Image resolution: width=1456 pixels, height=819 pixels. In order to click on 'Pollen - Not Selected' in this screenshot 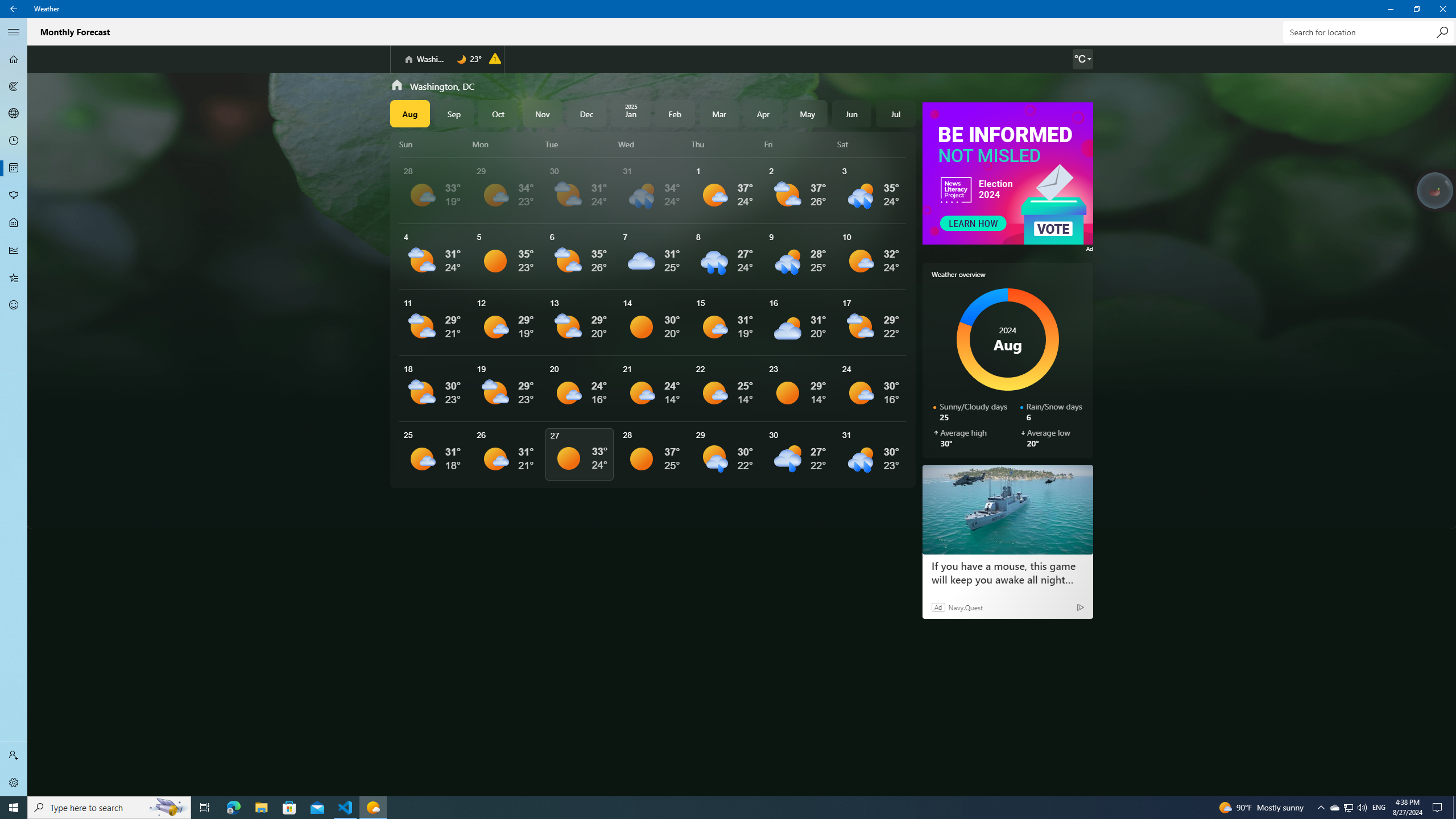, I will do `click(14, 196)`.